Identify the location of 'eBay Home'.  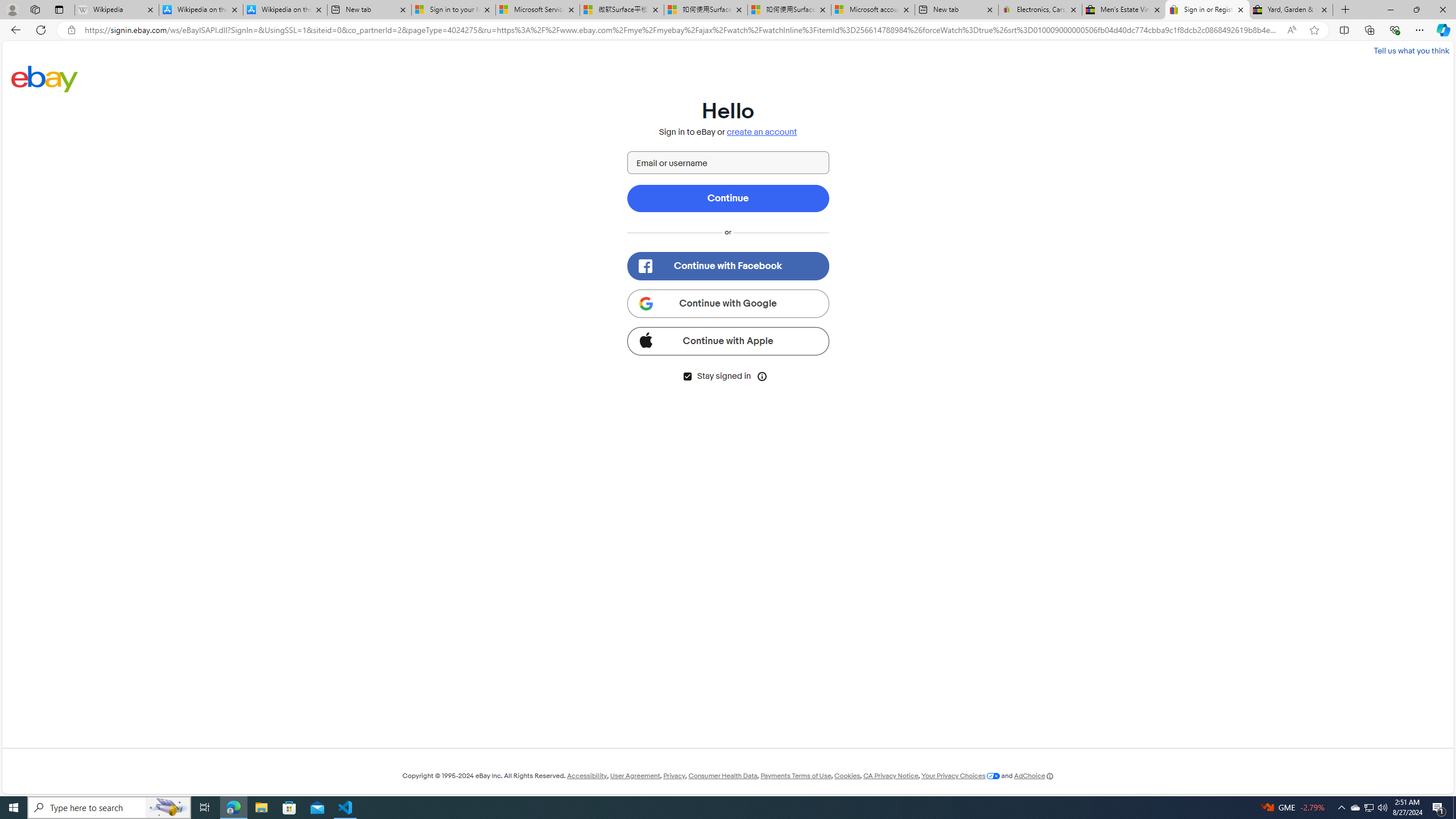
(44, 78).